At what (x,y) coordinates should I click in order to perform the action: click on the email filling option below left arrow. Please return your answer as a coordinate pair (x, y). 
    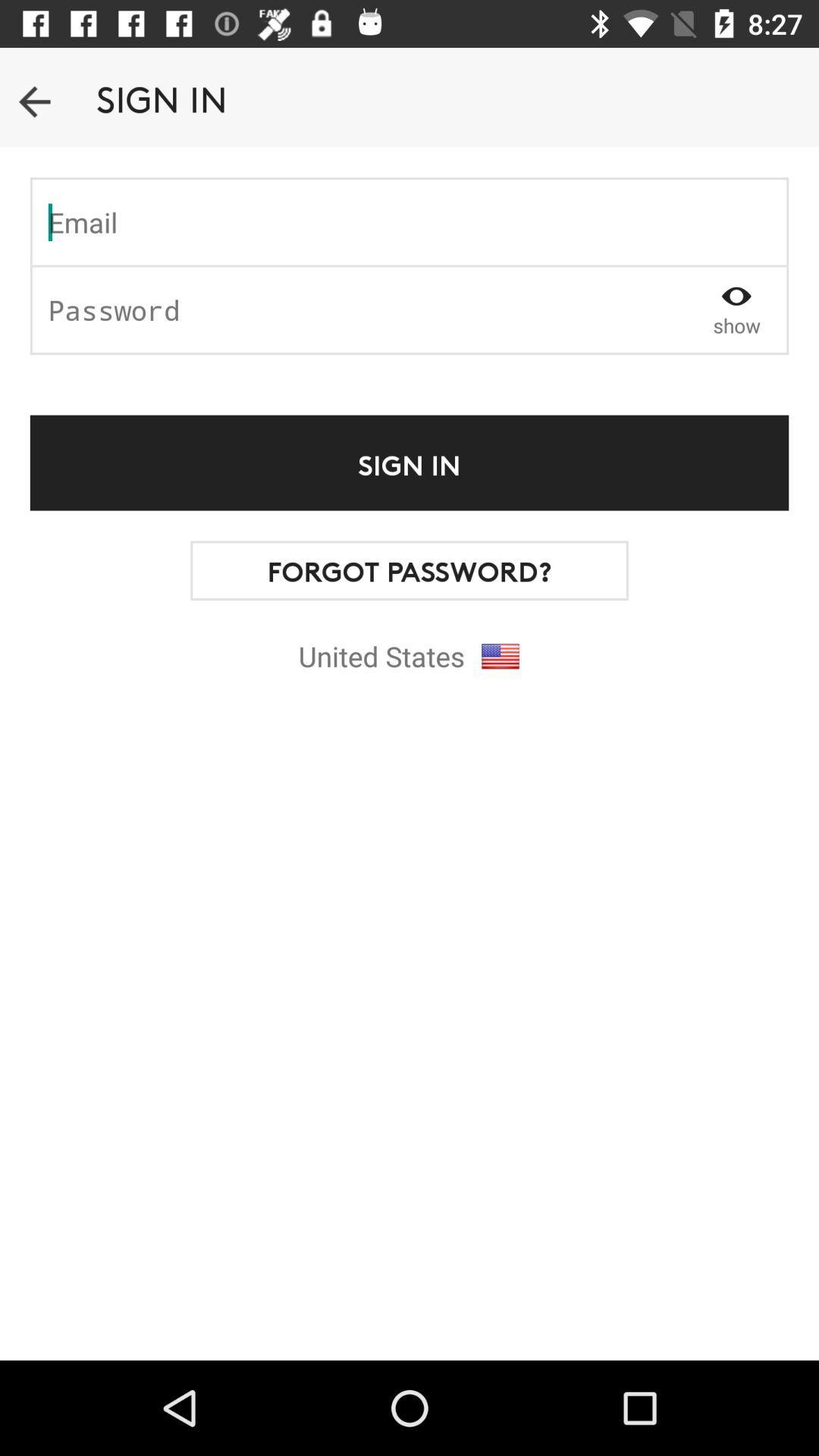
    Looking at the image, I should click on (409, 221).